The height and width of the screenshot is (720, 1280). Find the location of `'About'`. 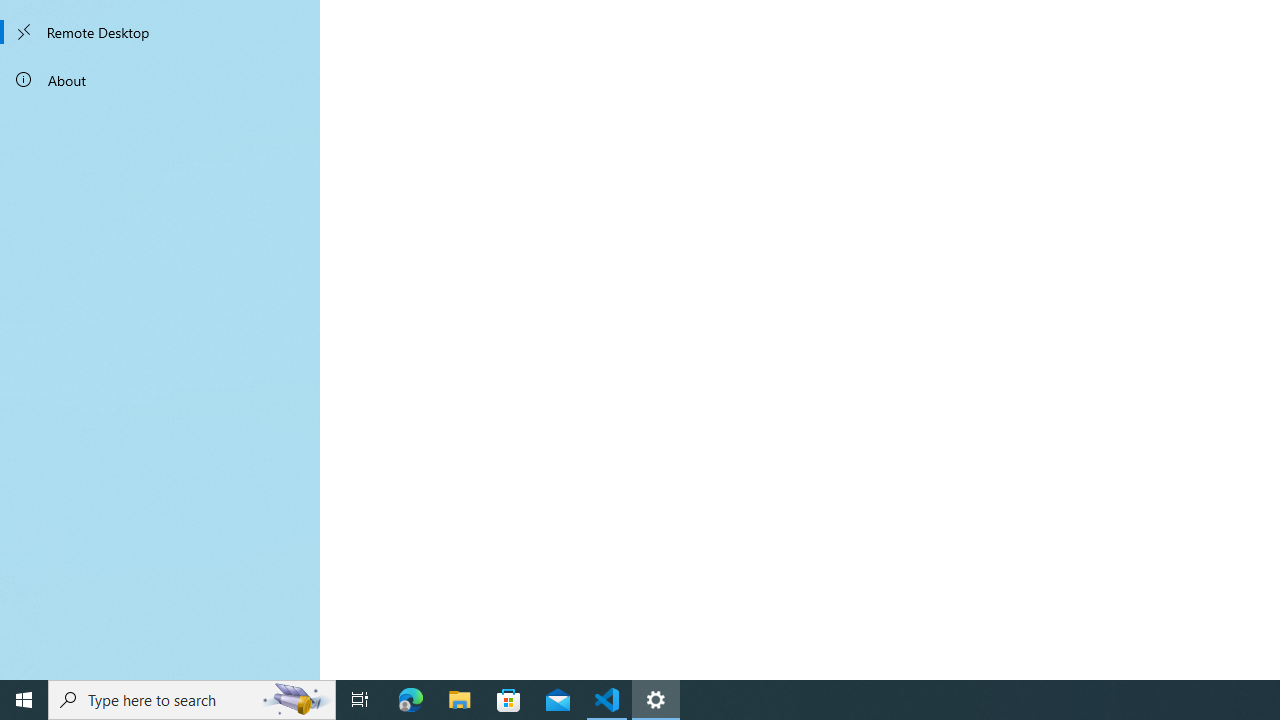

'About' is located at coordinates (160, 78).